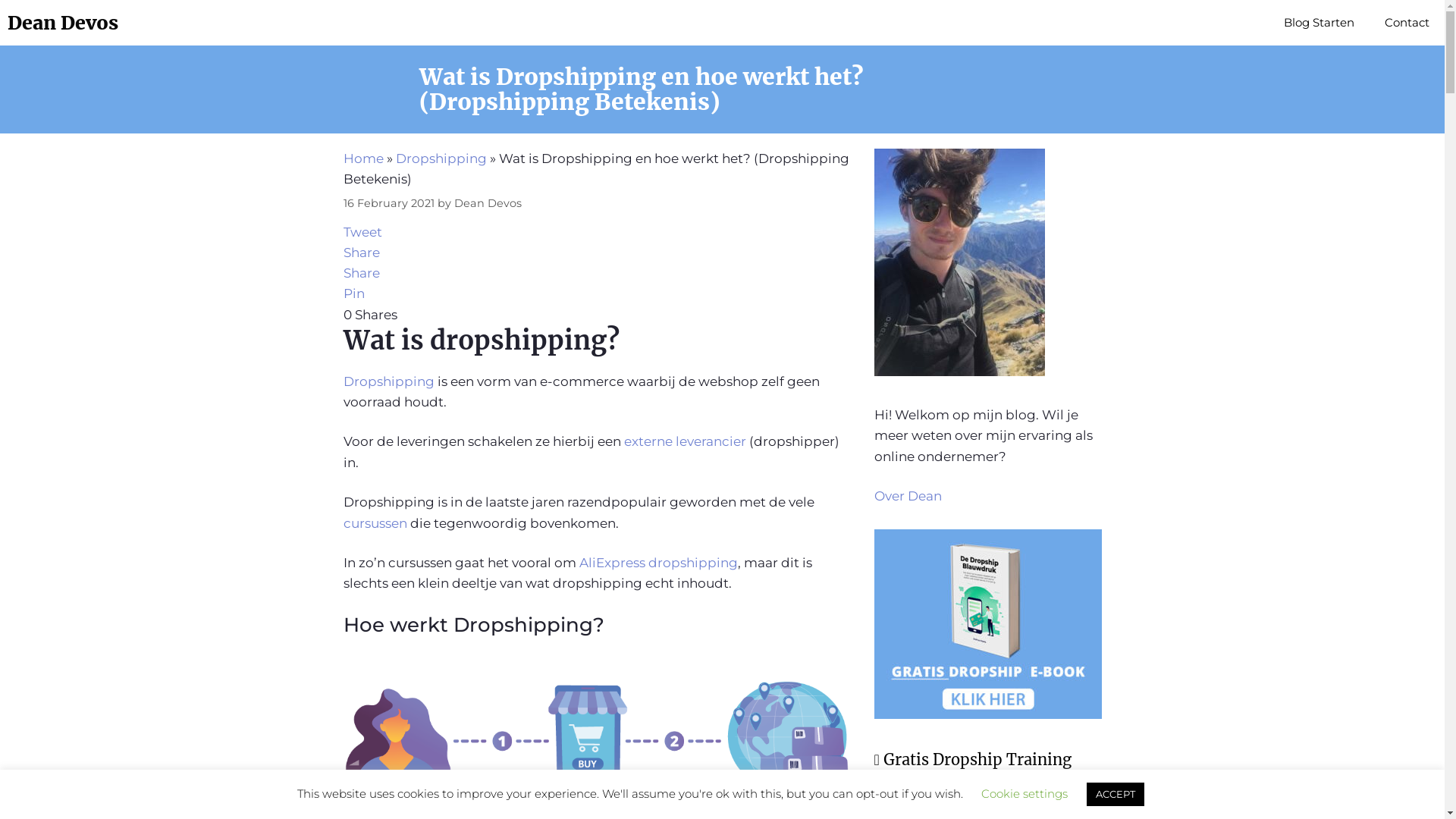  I want to click on 'externe leverancier', so click(683, 441).